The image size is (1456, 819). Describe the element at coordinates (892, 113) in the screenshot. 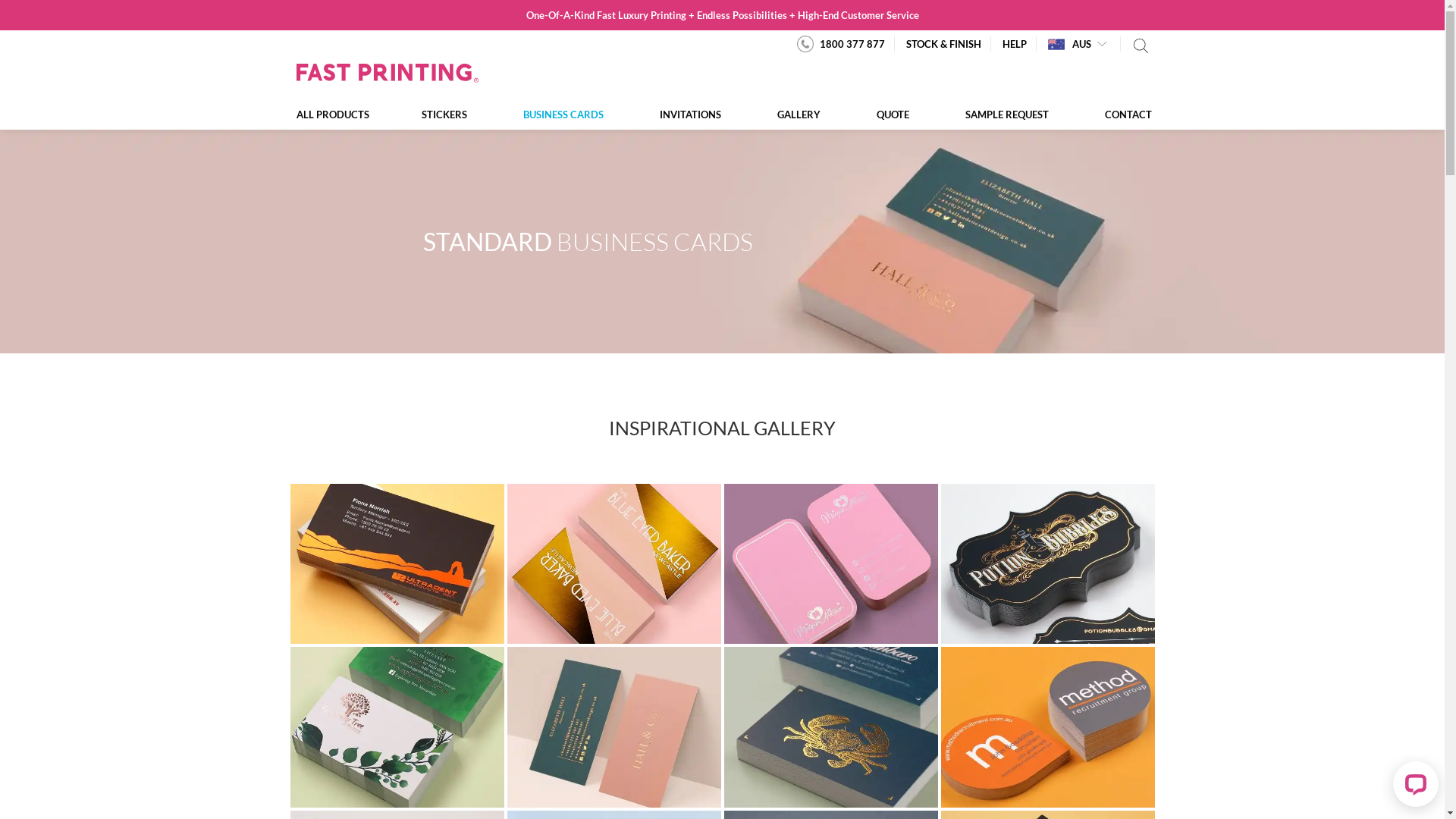

I see `'QUOTE'` at that location.